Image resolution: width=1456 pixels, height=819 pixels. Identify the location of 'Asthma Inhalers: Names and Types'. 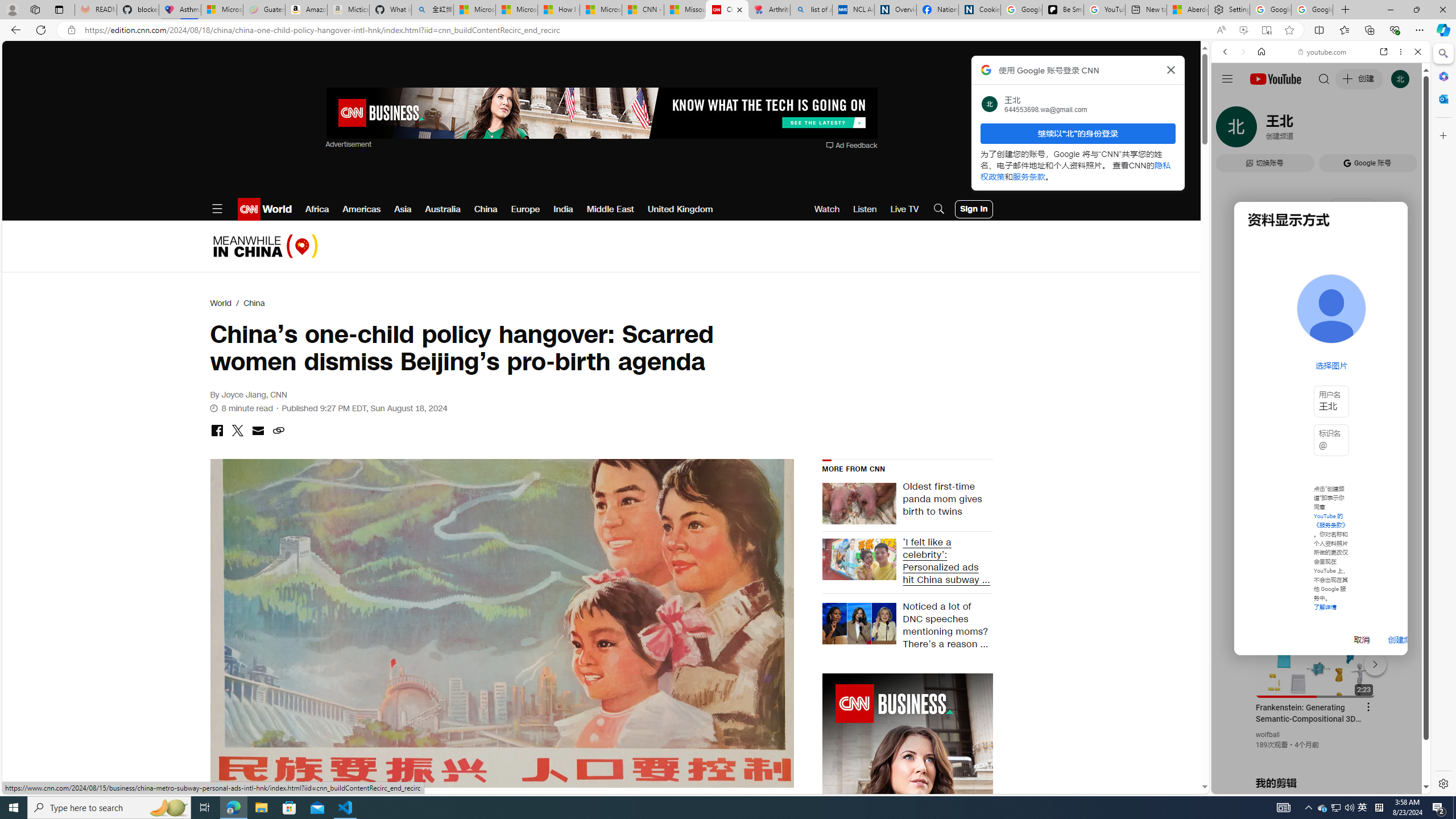
(179, 9).